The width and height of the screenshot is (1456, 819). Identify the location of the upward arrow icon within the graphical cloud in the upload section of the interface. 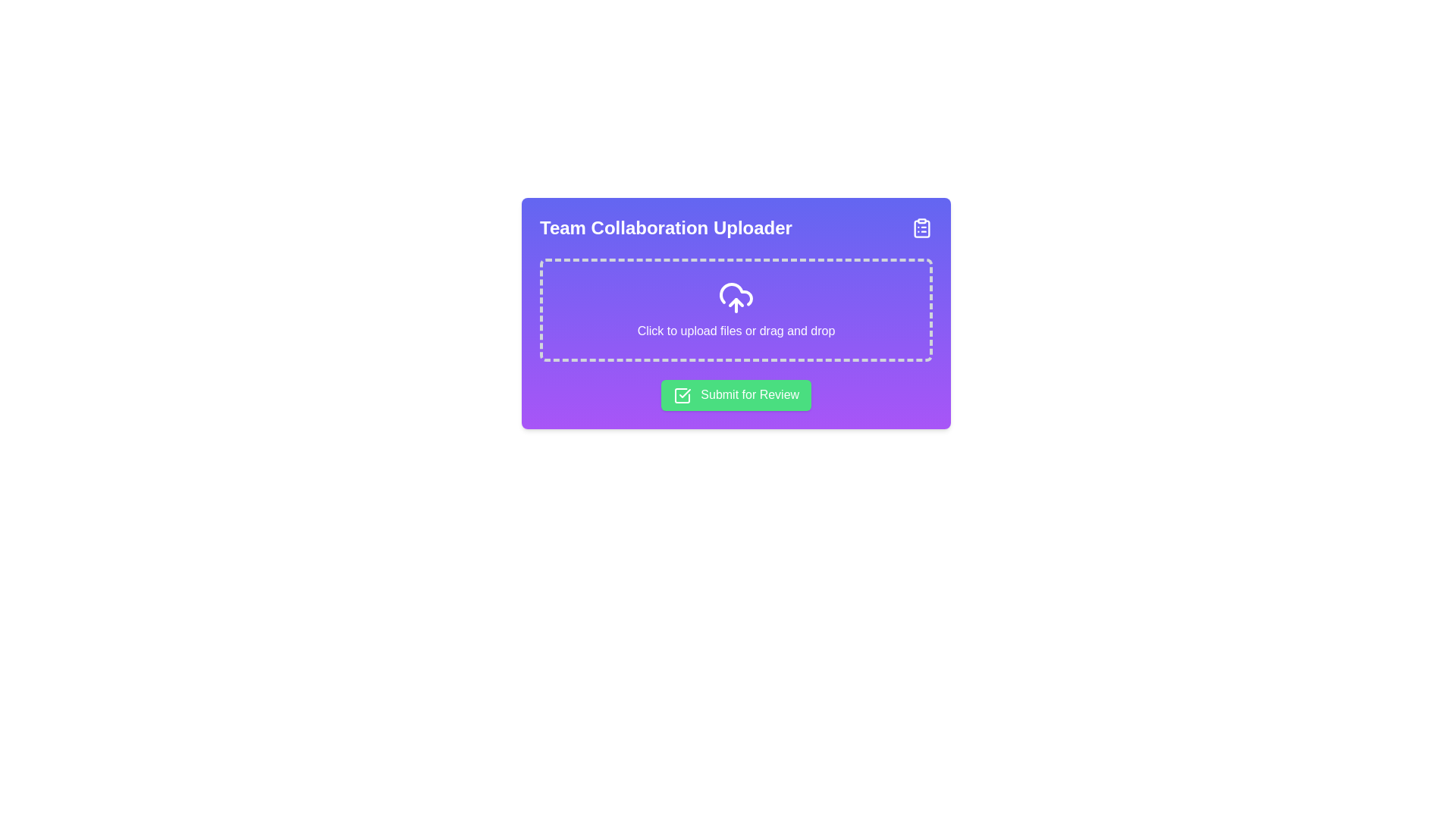
(736, 302).